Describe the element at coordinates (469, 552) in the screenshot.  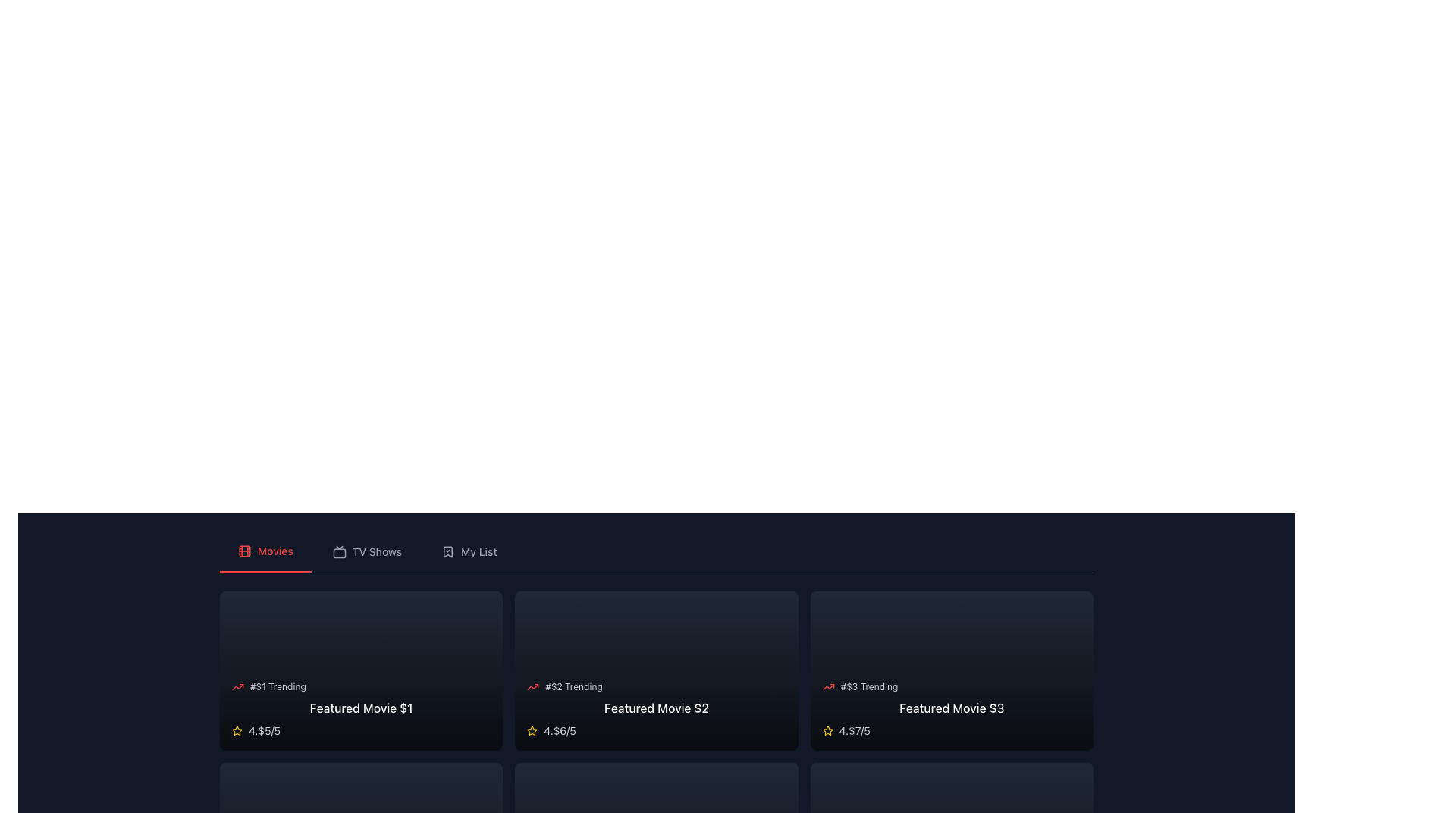
I see `the navigation button that directs users to their personal content list or saved items` at that location.